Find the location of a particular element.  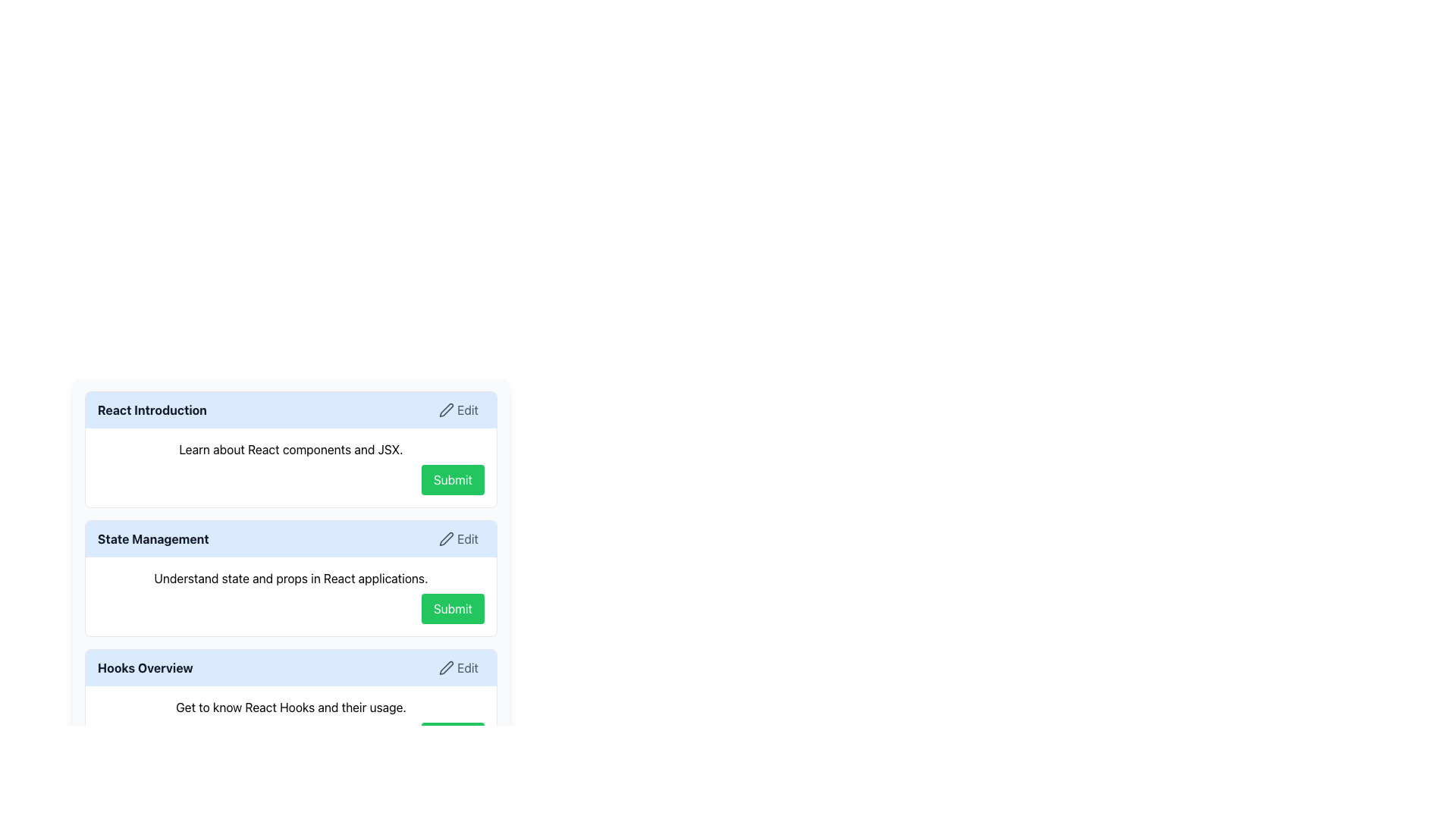

the unique green 'Submit' button located at the center of the lower section labeled 'React Introduction' is located at coordinates (452, 479).